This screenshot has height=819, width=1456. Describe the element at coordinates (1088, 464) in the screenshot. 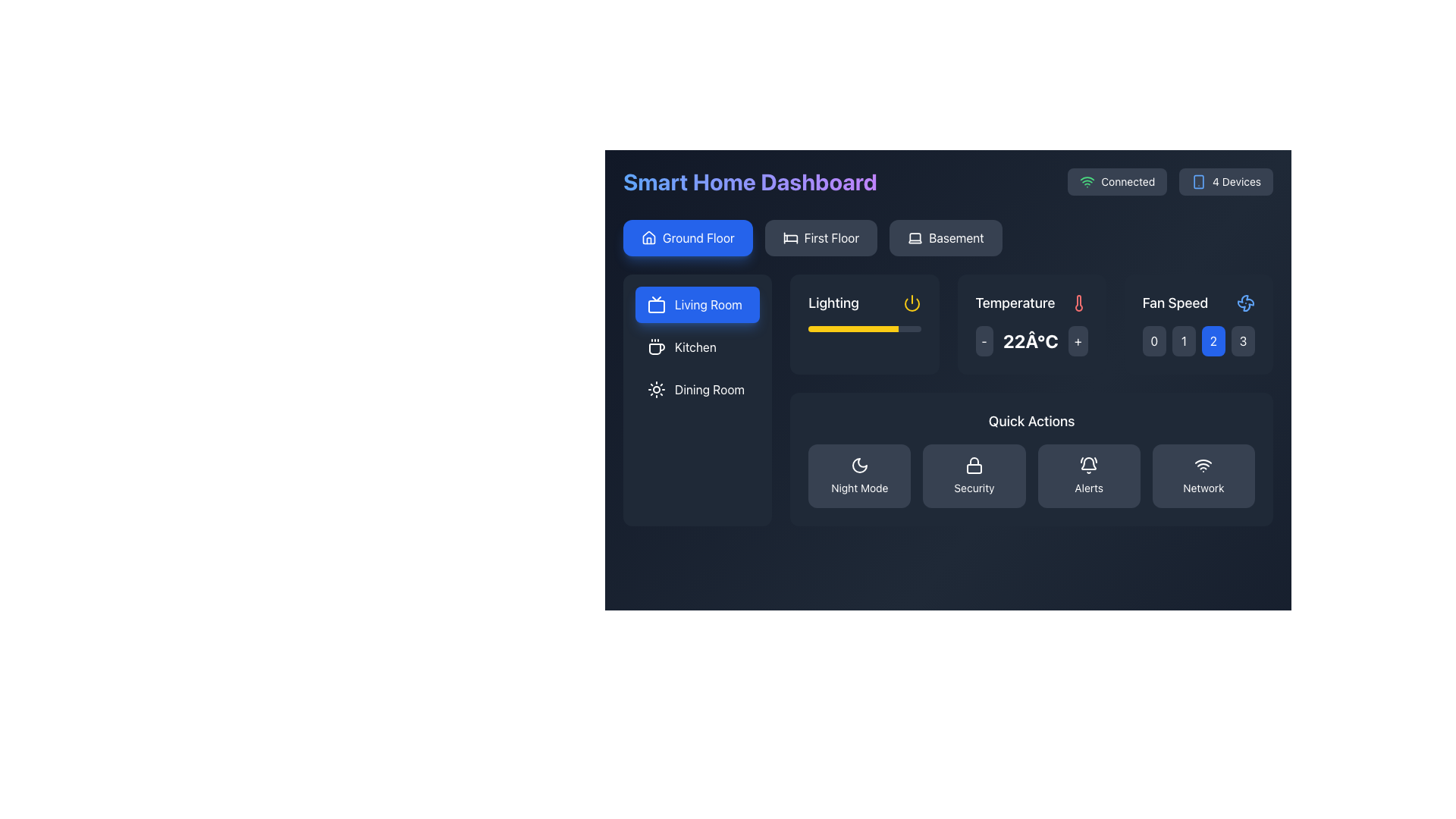

I see `the SVG icon resembling a bell, which symbolizes notifications or alerts, located in the 'Quick Actions' section within the 'Alerts' button group` at that location.